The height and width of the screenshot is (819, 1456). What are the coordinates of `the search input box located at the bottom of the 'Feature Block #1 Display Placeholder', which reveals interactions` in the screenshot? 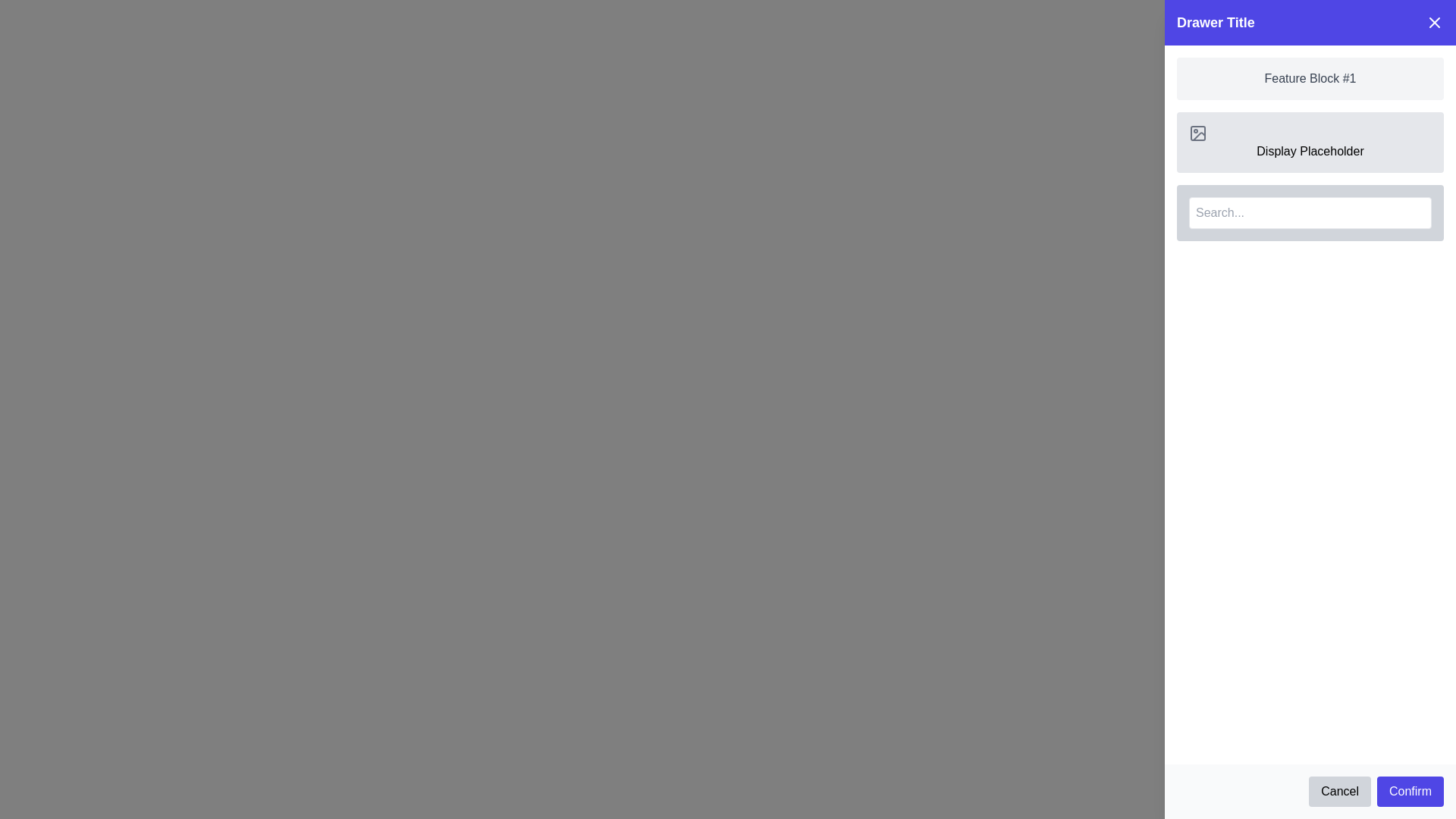 It's located at (1310, 213).